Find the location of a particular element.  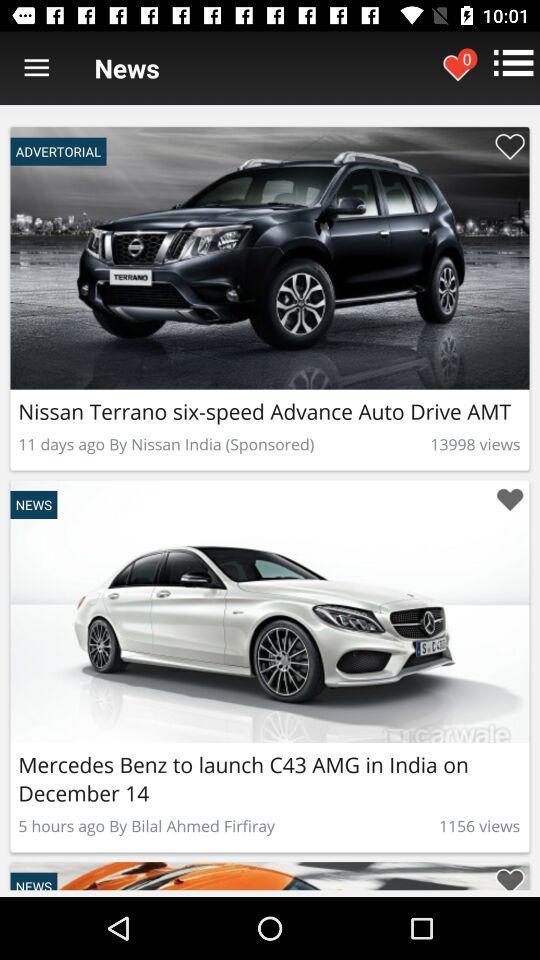

love favorite is located at coordinates (509, 499).